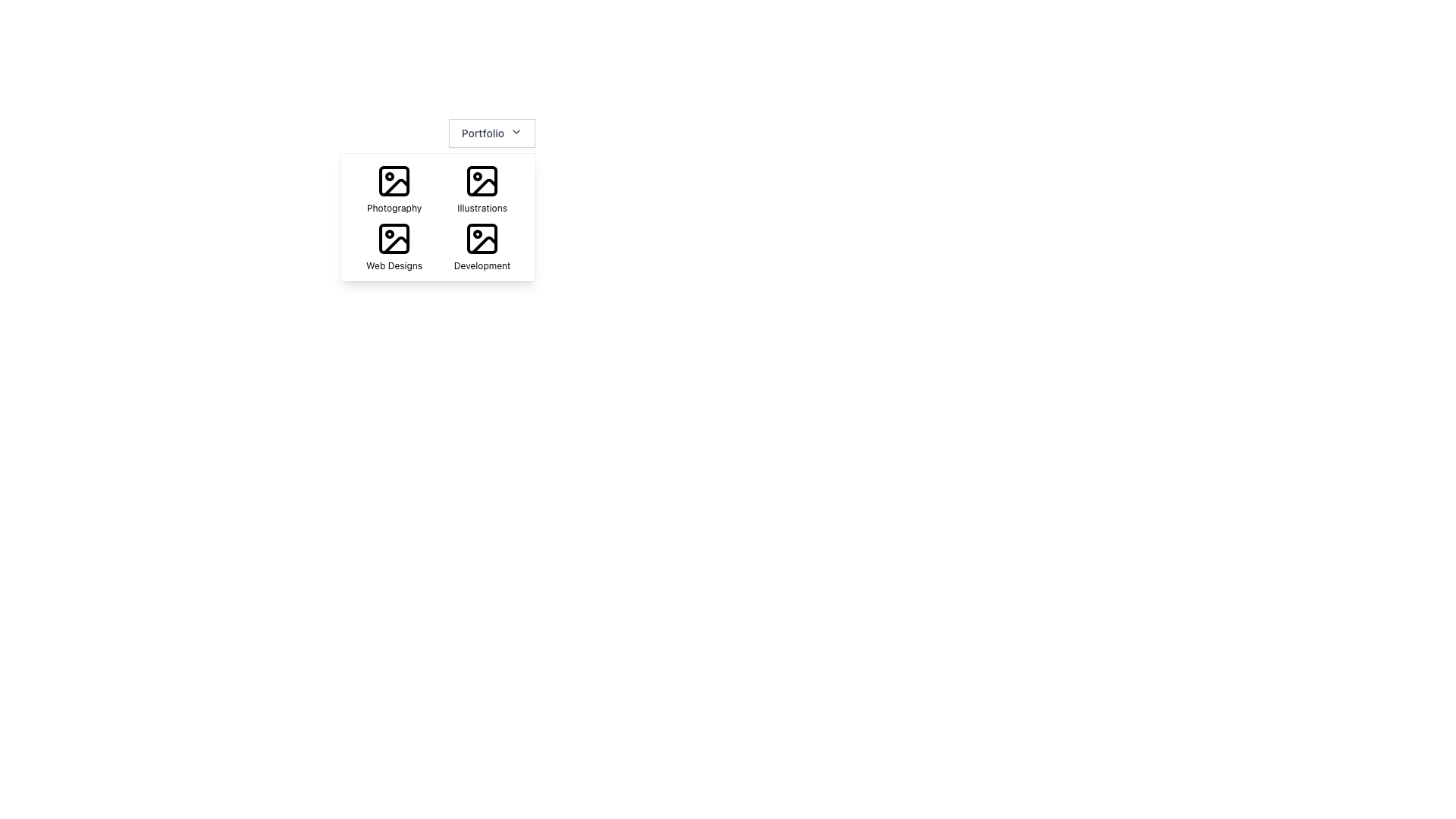 This screenshot has width=1456, height=819. Describe the element at coordinates (394, 208) in the screenshot. I see `the 'Photography' text label located in the second column of the first row of a 2x2 grid, which is centered beneath an image icon` at that location.